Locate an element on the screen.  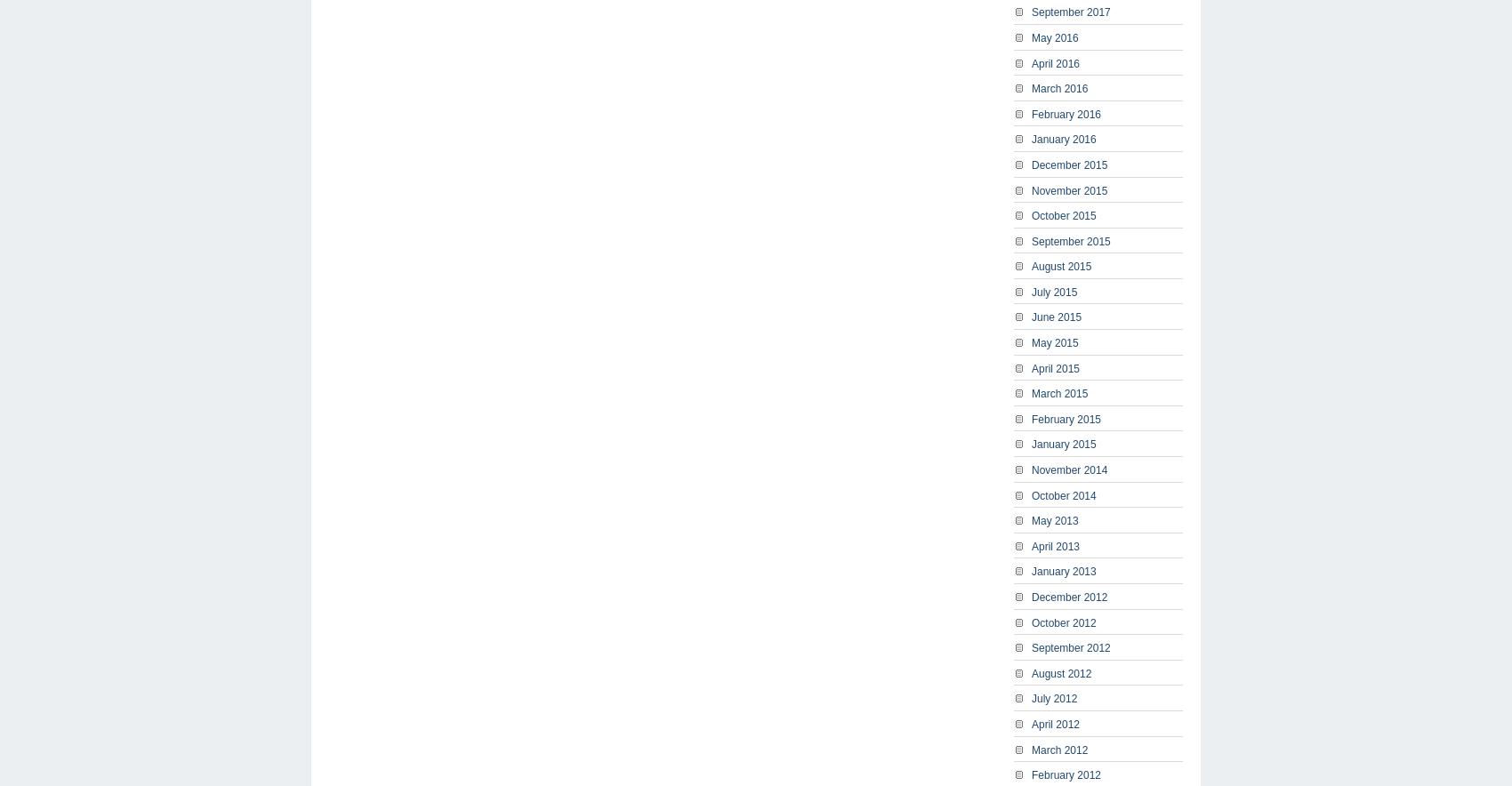
'May 2013' is located at coordinates (1053, 520).